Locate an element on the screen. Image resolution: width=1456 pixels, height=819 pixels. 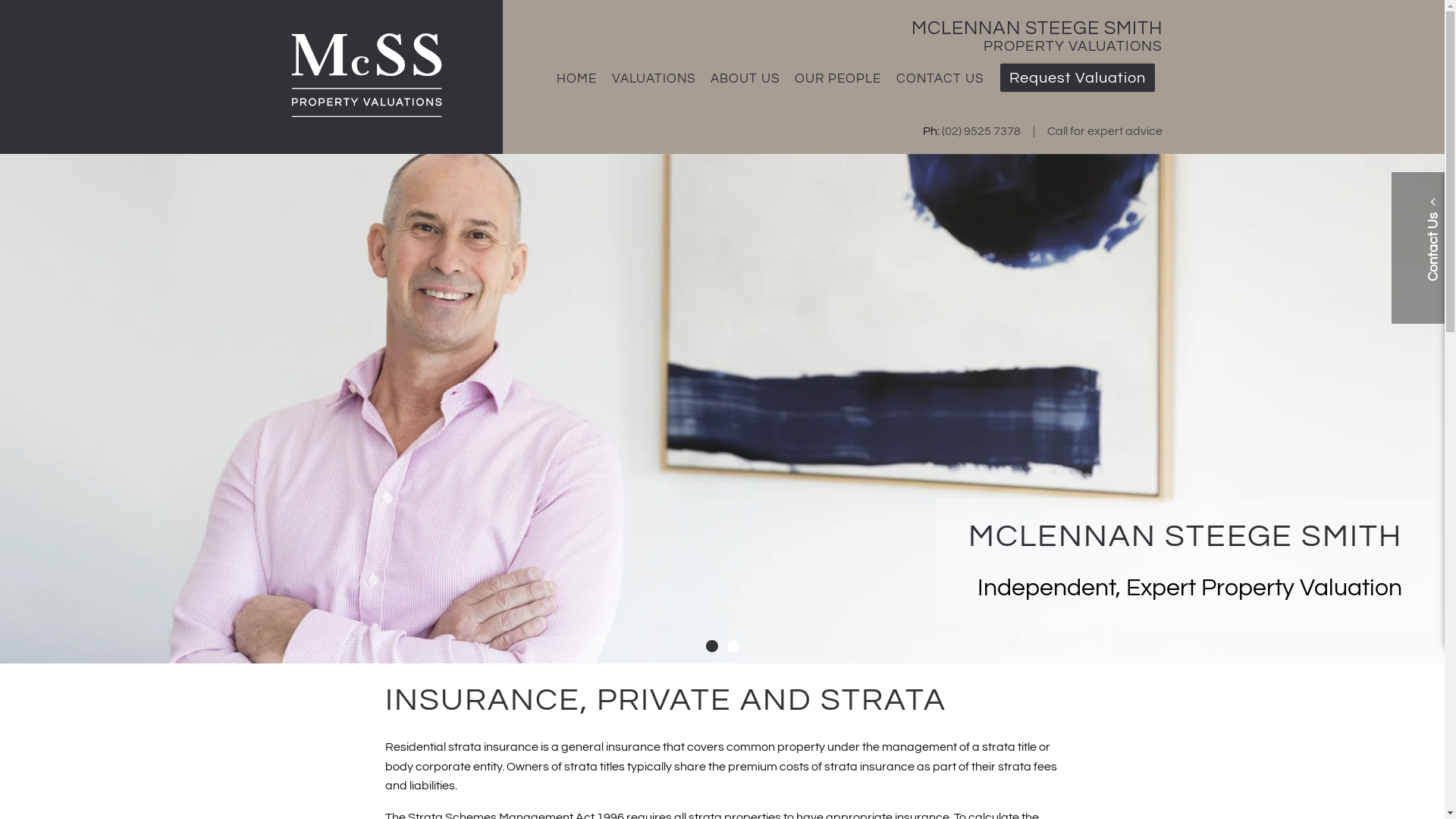
'ABOUT US' is located at coordinates (745, 79).